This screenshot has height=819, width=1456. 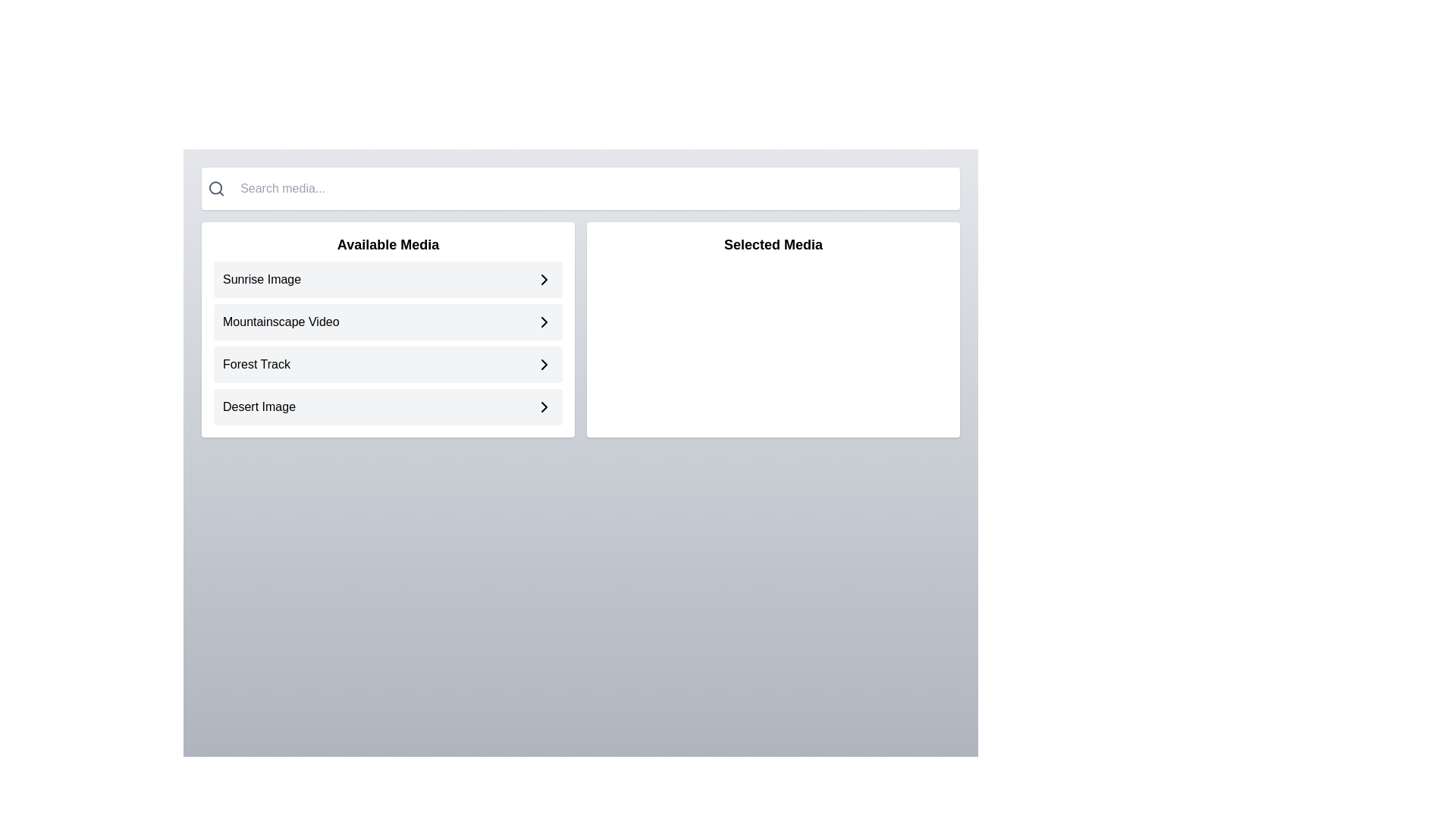 What do you see at coordinates (388, 329) in the screenshot?
I see `the selectable list of media items located in the left column of the grid structure` at bounding box center [388, 329].